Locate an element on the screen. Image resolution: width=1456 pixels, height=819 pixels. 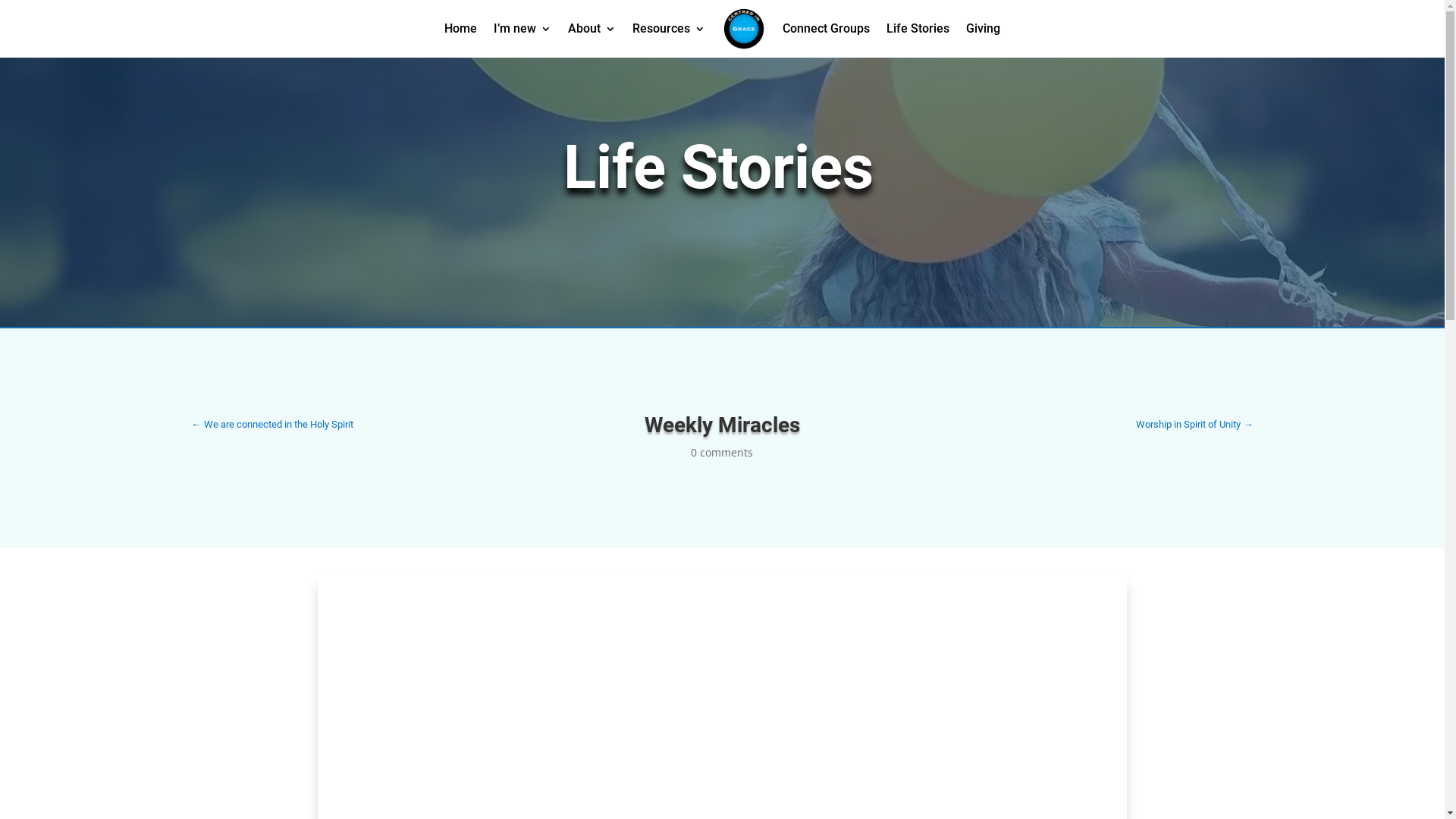
'About' is located at coordinates (566, 29).